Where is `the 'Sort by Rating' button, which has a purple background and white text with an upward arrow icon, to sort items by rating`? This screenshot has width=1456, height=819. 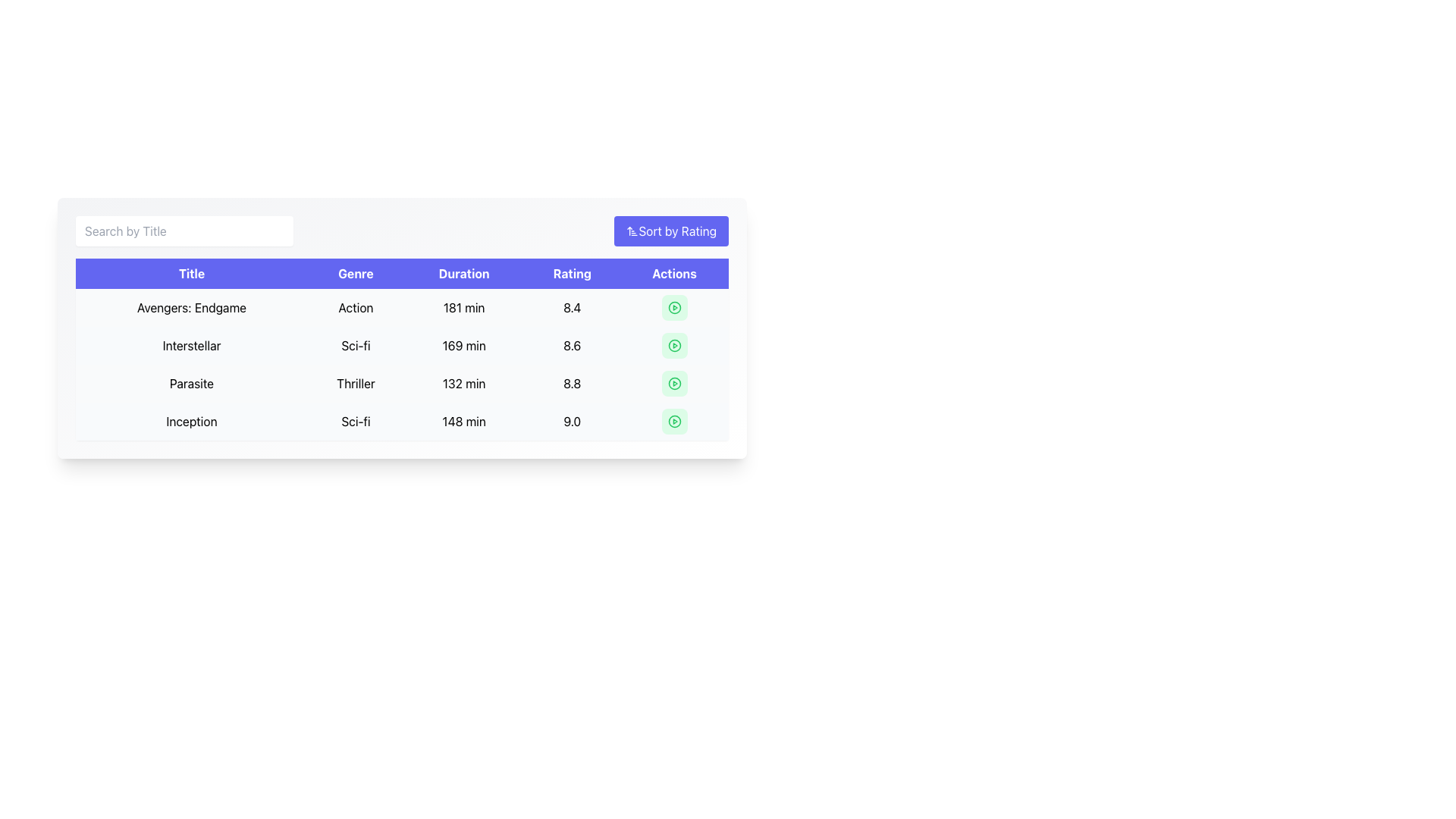 the 'Sort by Rating' button, which has a purple background and white text with an upward arrow icon, to sort items by rating is located at coordinates (670, 231).